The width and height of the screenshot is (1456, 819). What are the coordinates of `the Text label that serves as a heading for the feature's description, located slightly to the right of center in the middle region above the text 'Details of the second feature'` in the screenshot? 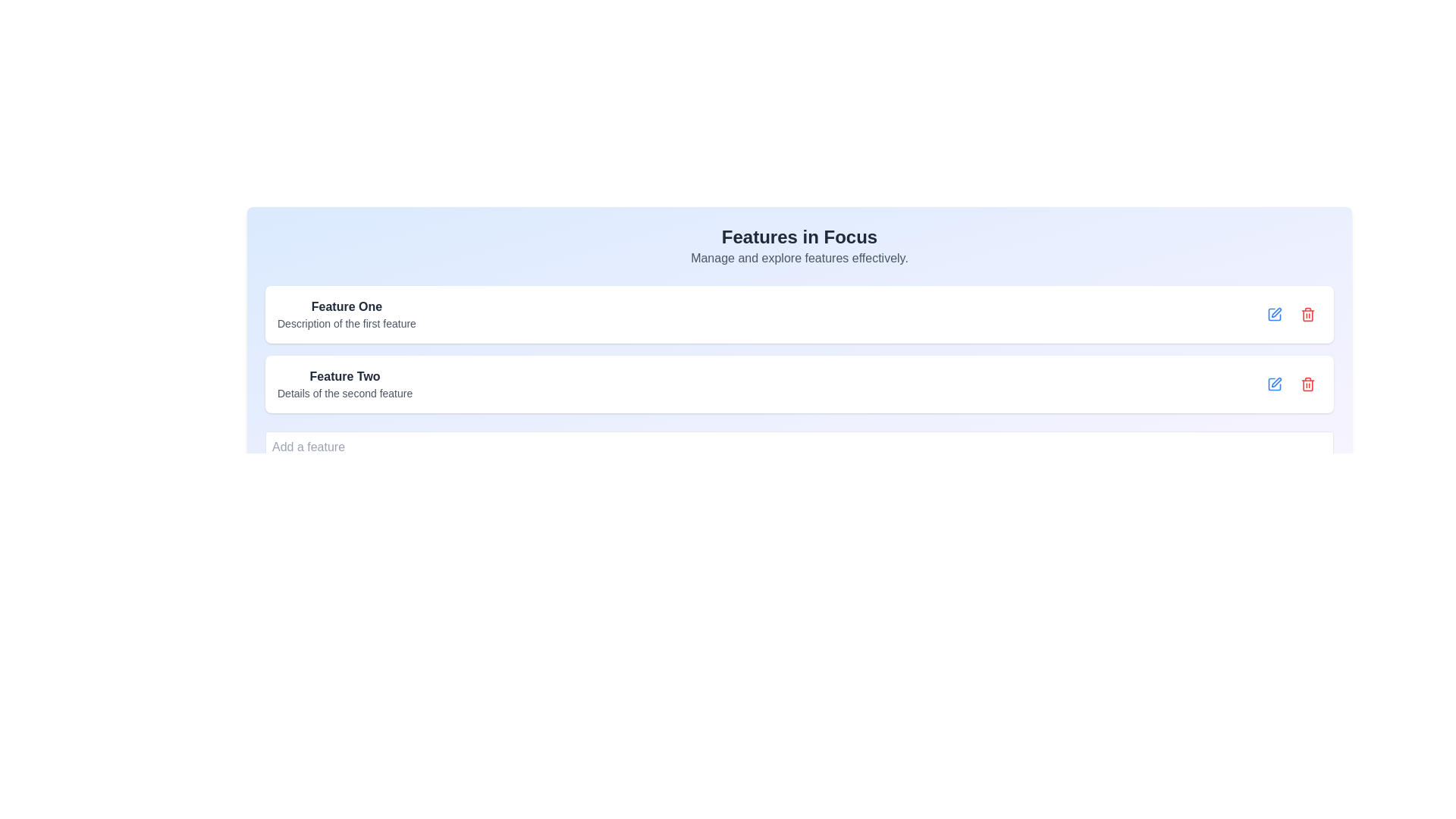 It's located at (344, 376).